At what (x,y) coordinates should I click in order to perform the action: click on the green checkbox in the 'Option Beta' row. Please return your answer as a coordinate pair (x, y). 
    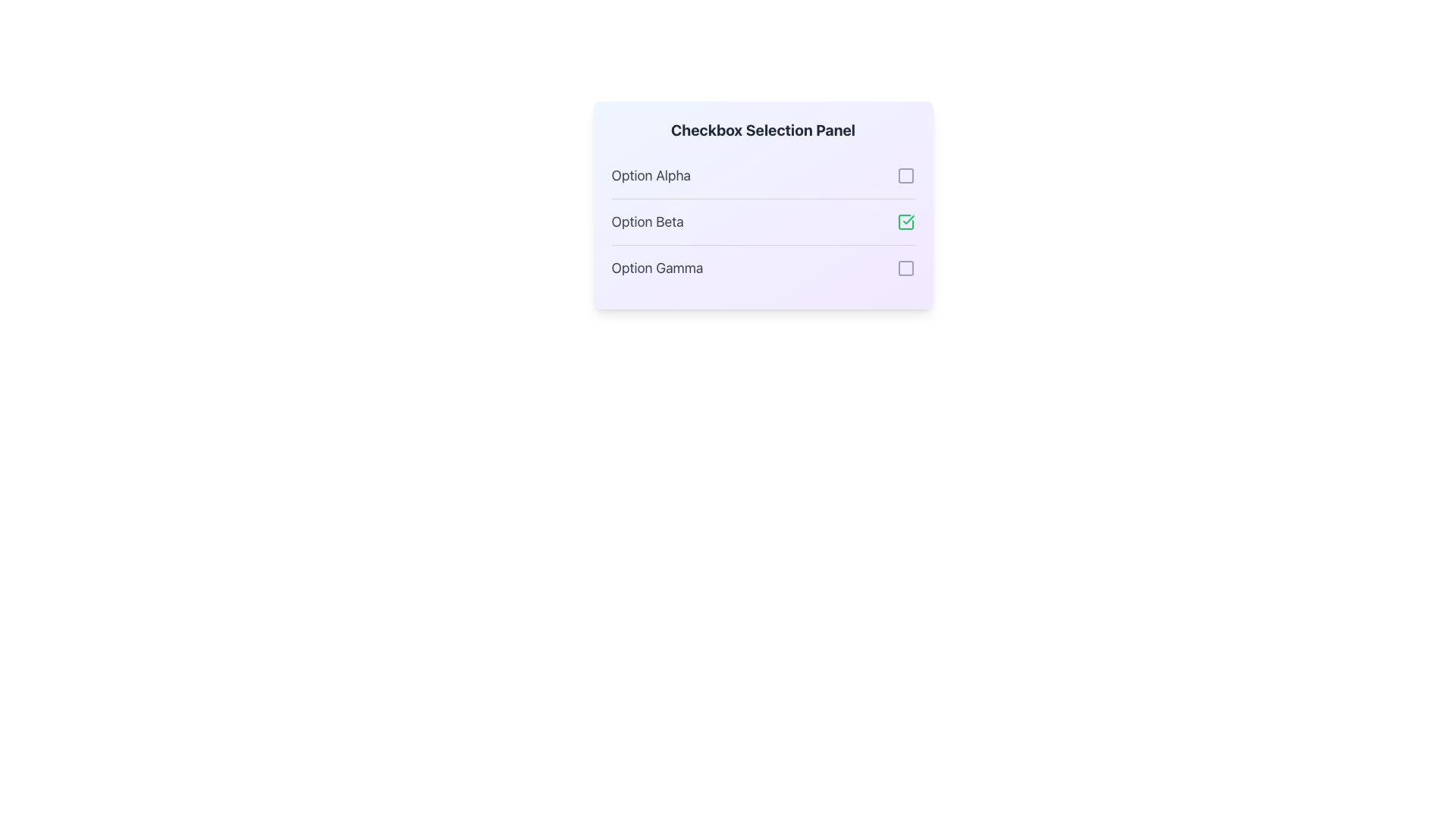
    Looking at the image, I should click on (763, 221).